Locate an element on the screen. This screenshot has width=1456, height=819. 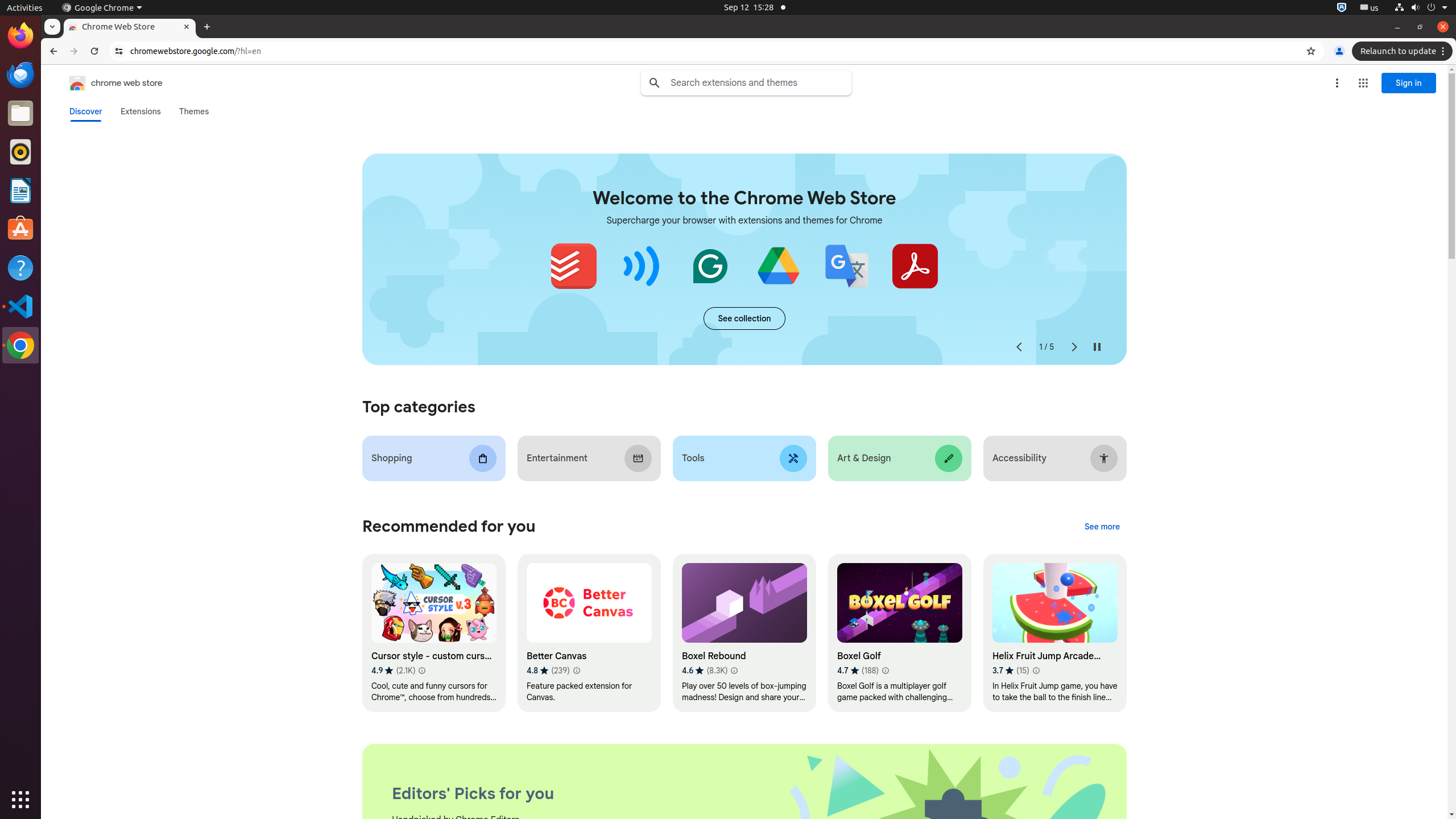
'Learn more about results and reviews "Boxel Rebound"' is located at coordinates (733, 671).